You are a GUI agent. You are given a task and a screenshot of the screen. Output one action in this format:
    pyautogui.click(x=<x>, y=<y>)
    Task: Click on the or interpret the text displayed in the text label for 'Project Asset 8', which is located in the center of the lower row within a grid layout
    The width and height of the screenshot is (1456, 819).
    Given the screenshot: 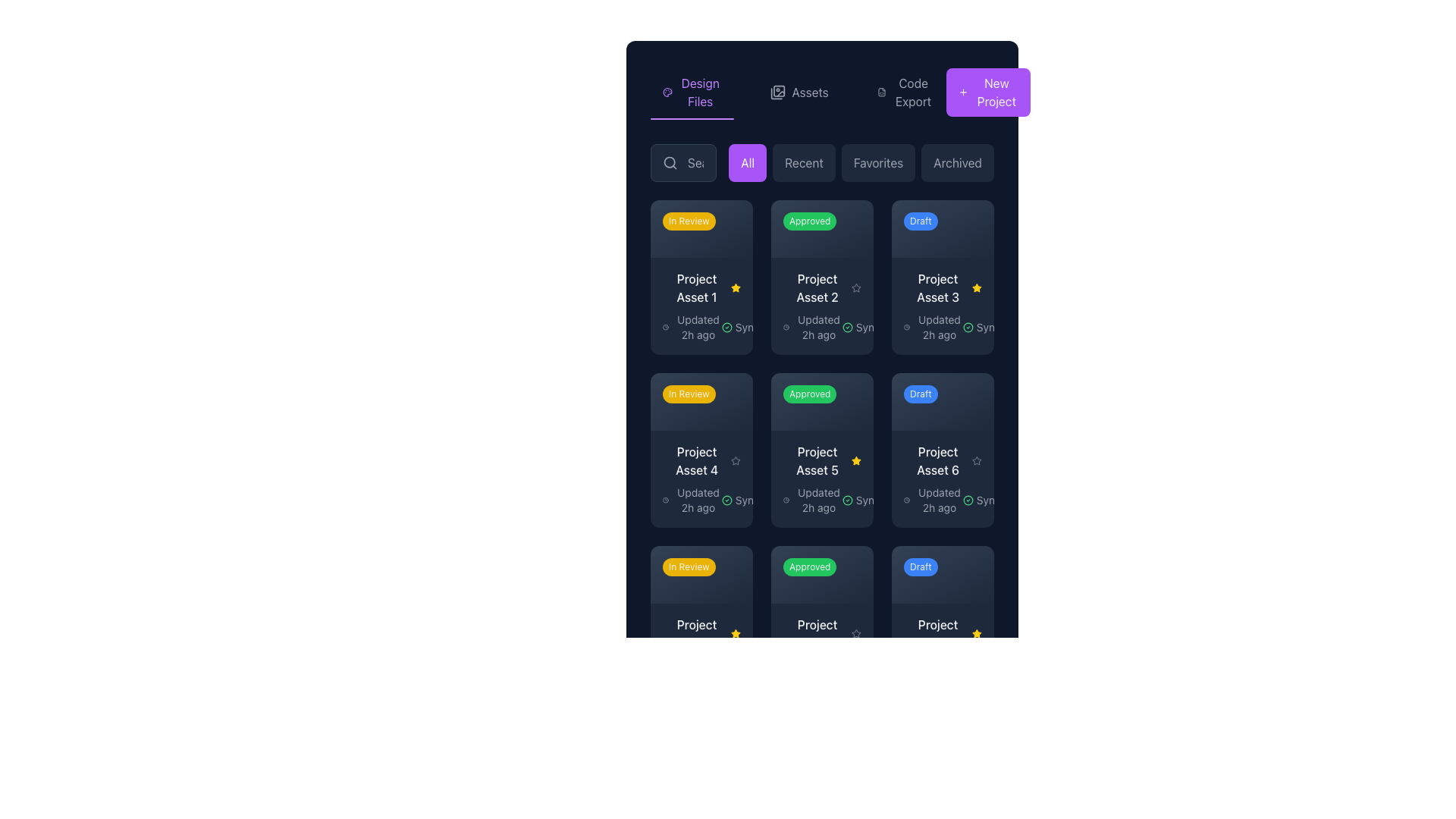 What is the action you would take?
    pyautogui.click(x=821, y=633)
    